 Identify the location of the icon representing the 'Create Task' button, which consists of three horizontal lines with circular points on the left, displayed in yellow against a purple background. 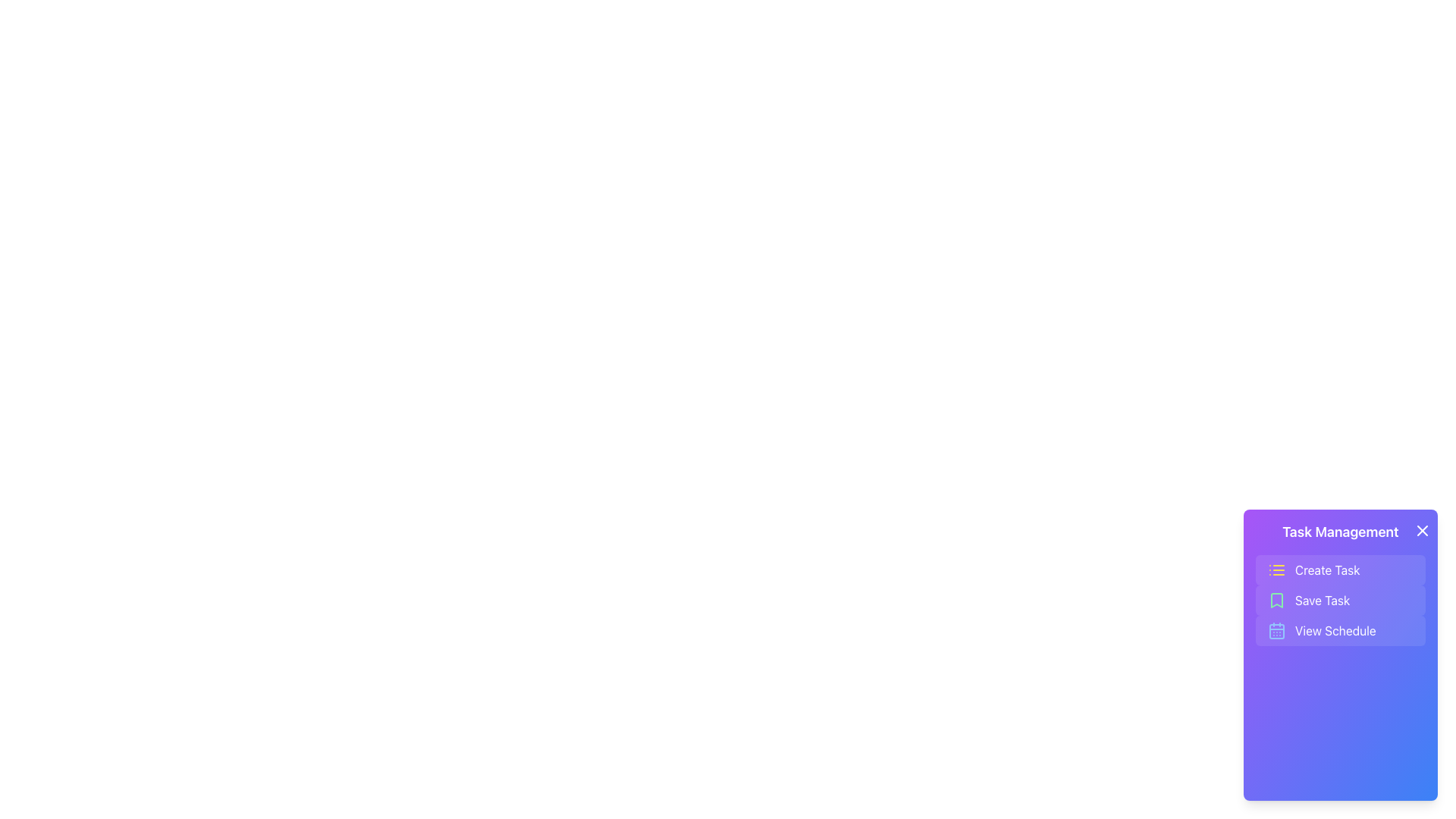
(1276, 570).